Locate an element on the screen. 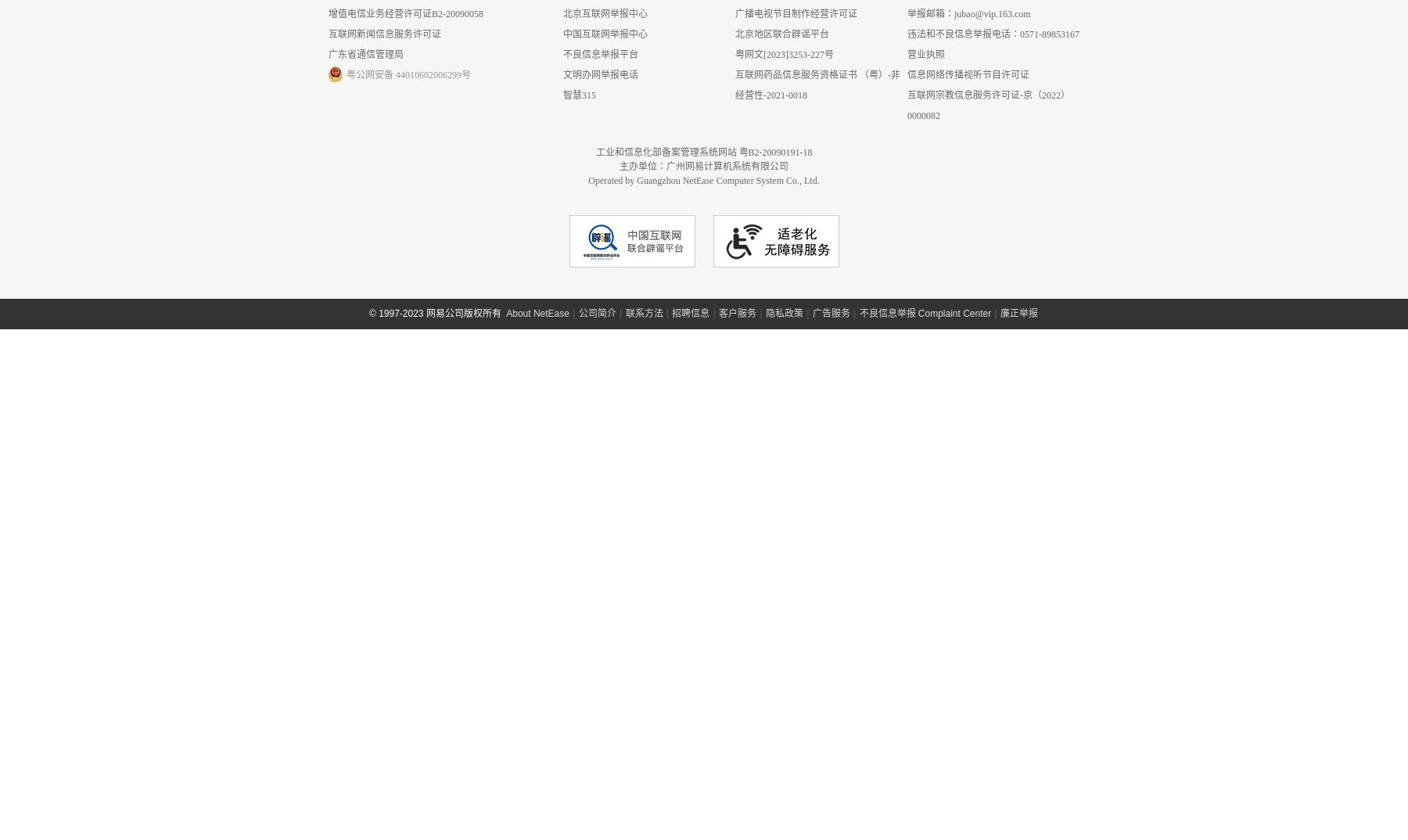 The width and height of the screenshot is (1408, 840). '<' is located at coordinates (174, 286).